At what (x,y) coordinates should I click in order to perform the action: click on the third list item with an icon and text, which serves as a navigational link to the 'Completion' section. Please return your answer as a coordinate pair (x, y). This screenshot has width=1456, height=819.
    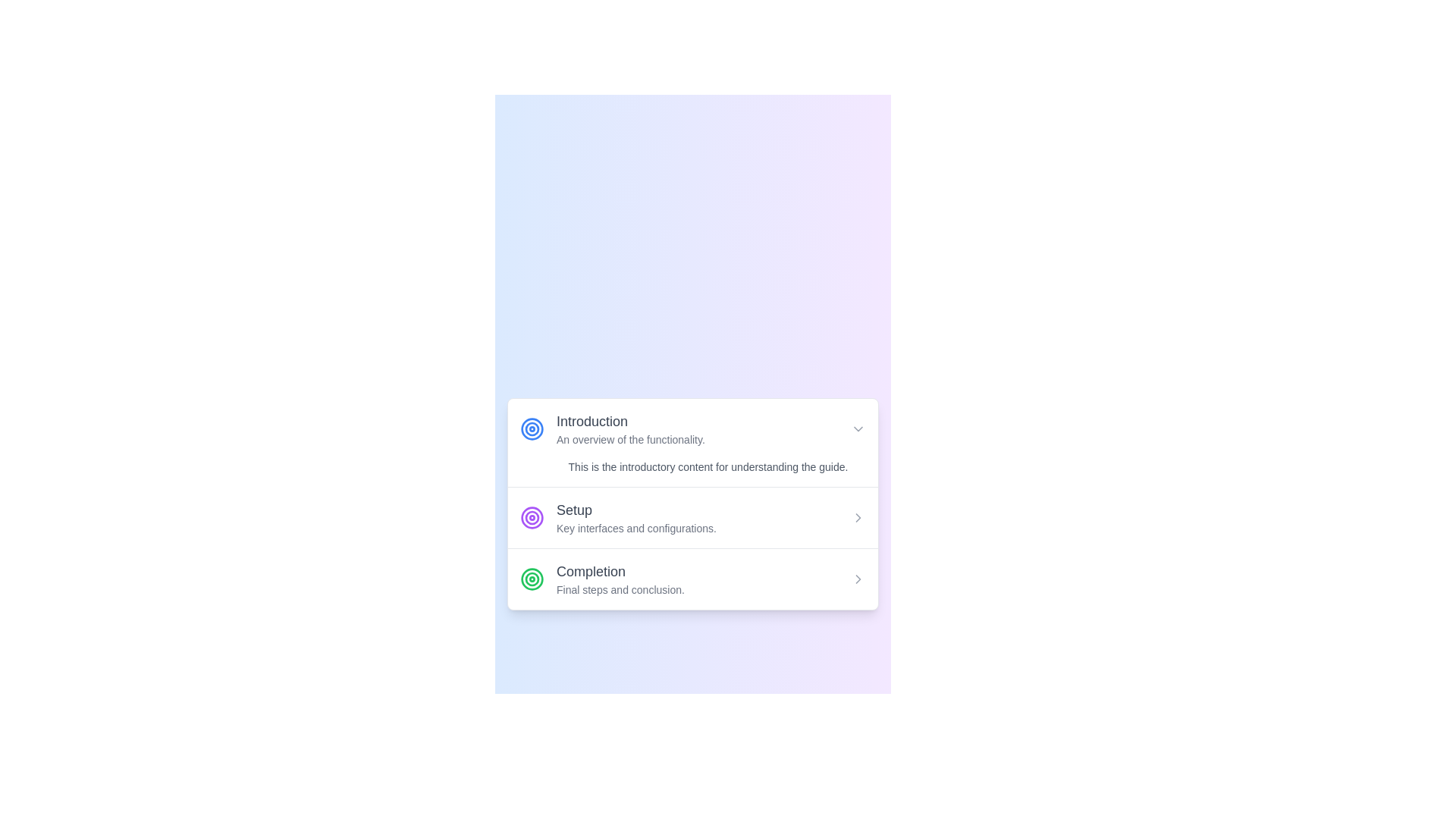
    Looking at the image, I should click on (601, 579).